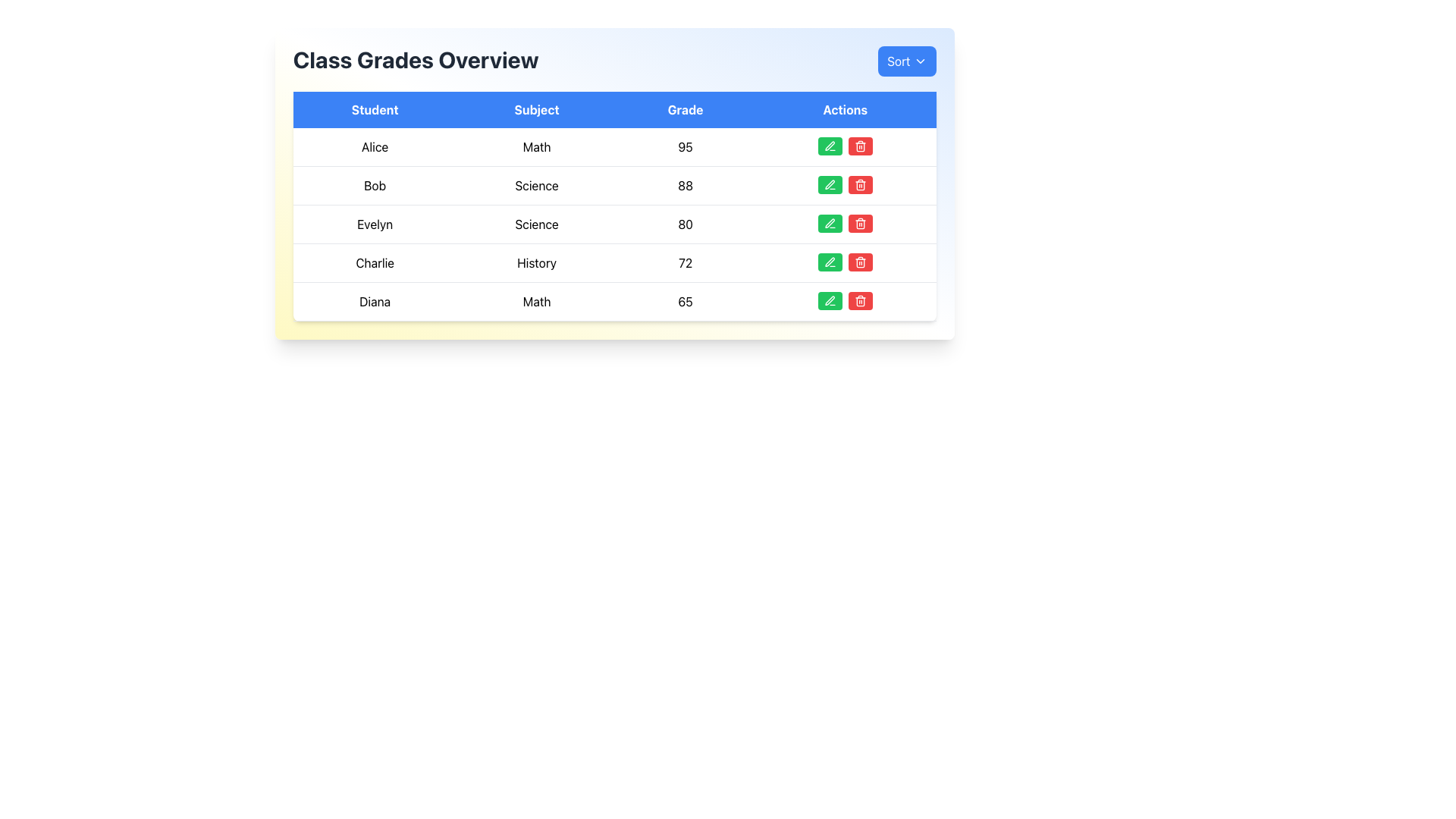 The image size is (1456, 819). Describe the element at coordinates (829, 222) in the screenshot. I see `the edit button for the 'Evelyn - Science' record located in the Actions column of the third row in the table` at that location.